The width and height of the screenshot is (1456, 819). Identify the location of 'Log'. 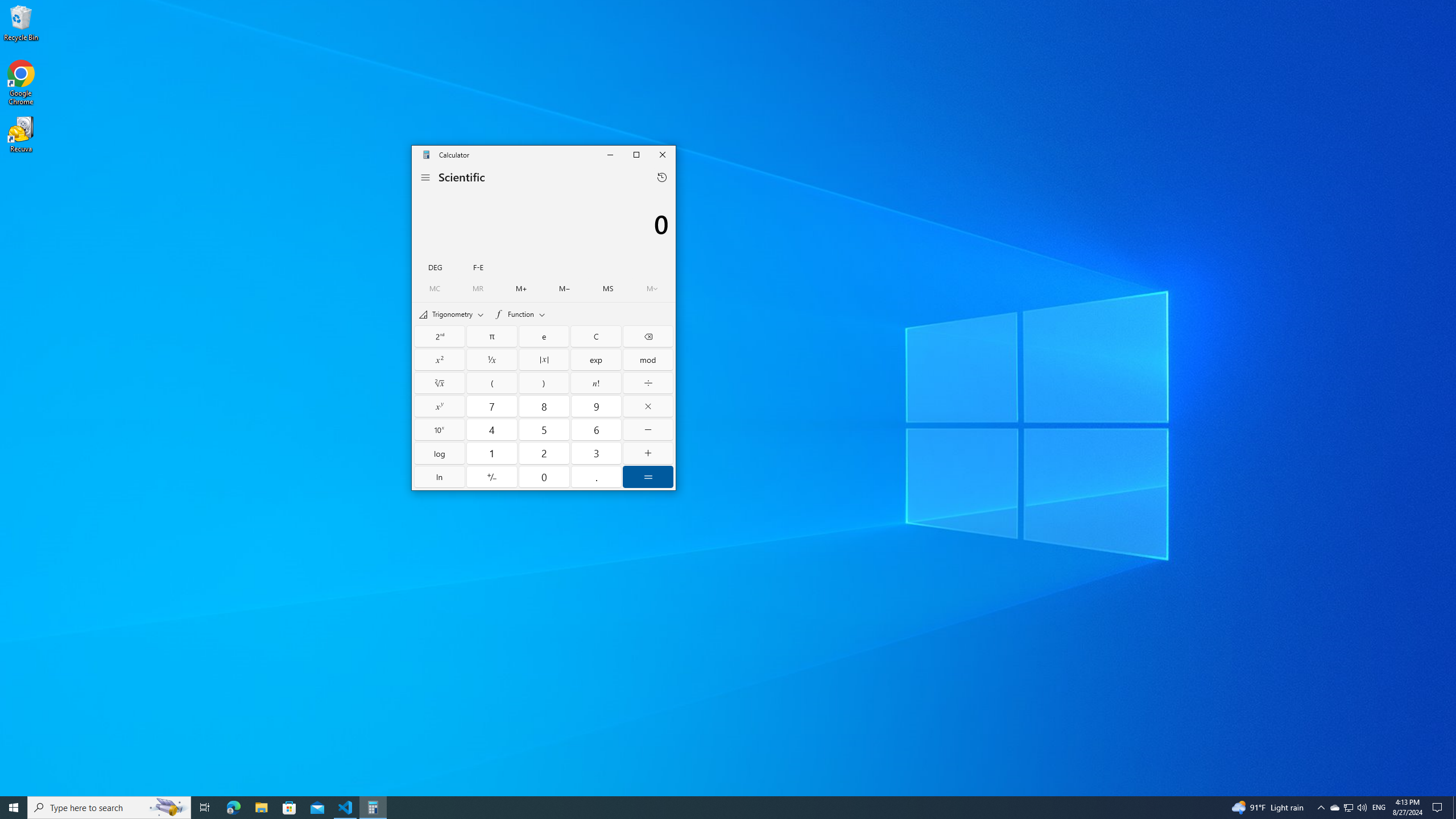
(440, 453).